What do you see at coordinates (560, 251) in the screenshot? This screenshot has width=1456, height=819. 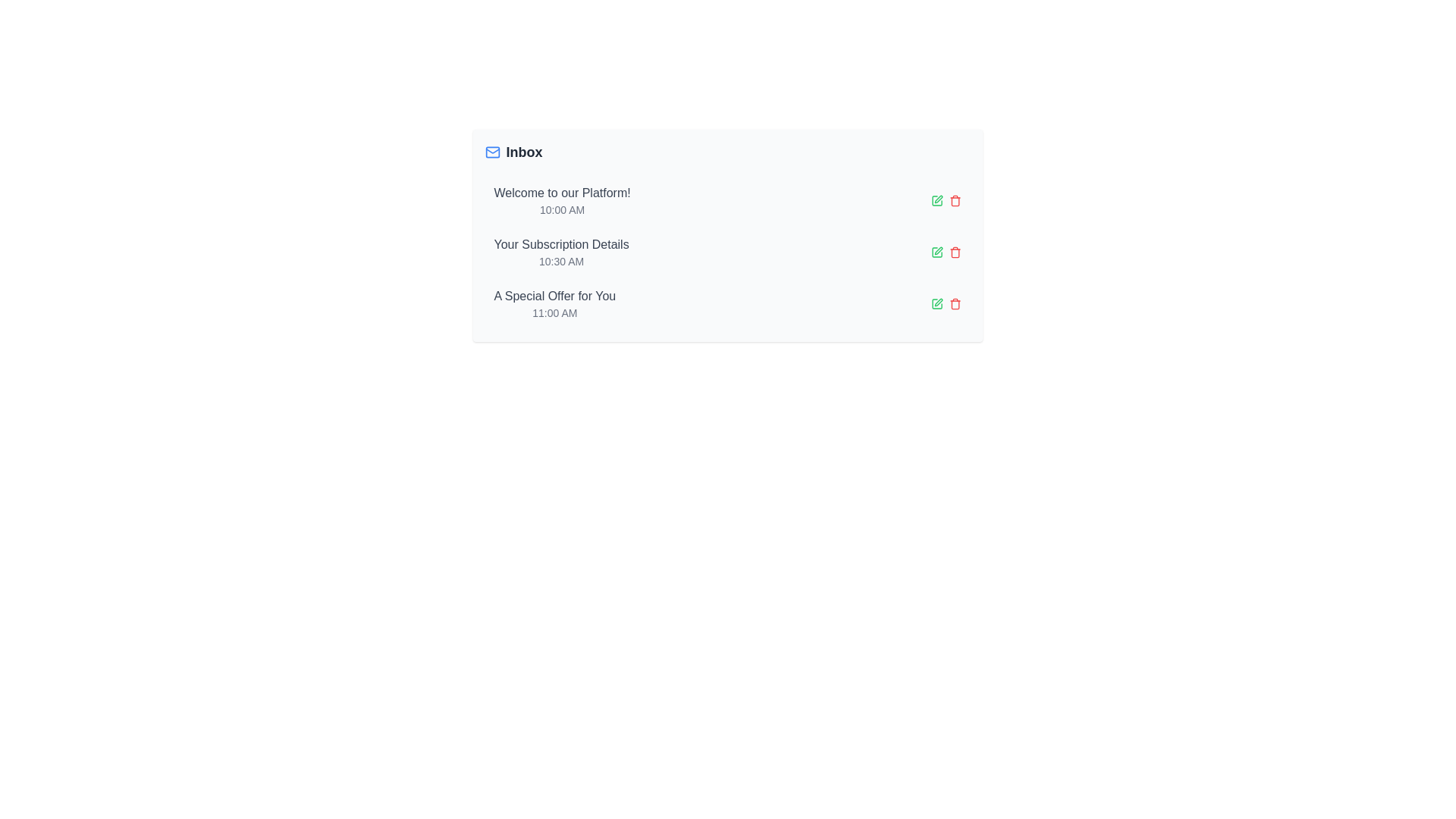 I see `on the middle list item in the Inbox section that contains subscription-related details and a timestamp` at bounding box center [560, 251].